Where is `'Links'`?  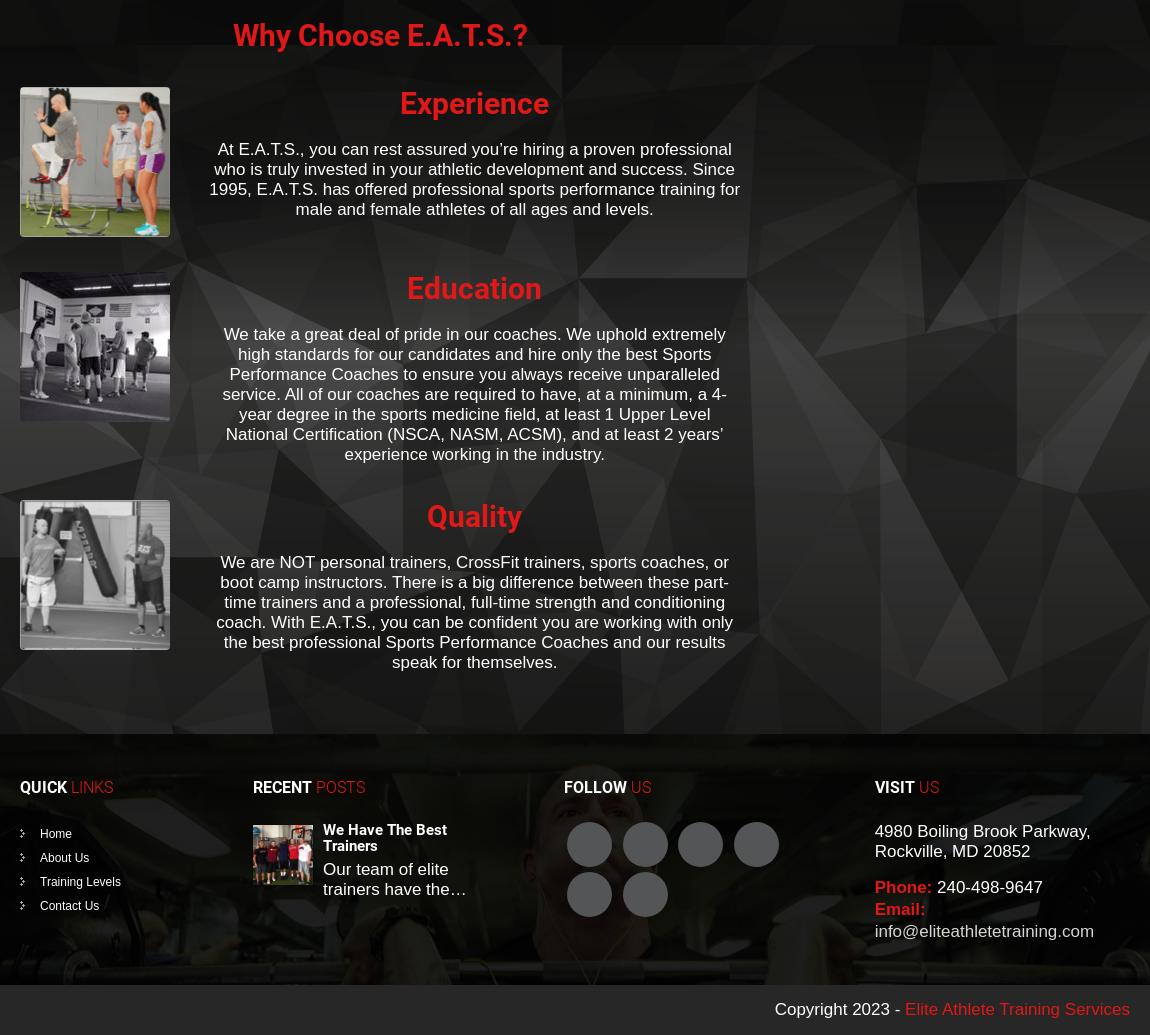
'Links' is located at coordinates (91, 786).